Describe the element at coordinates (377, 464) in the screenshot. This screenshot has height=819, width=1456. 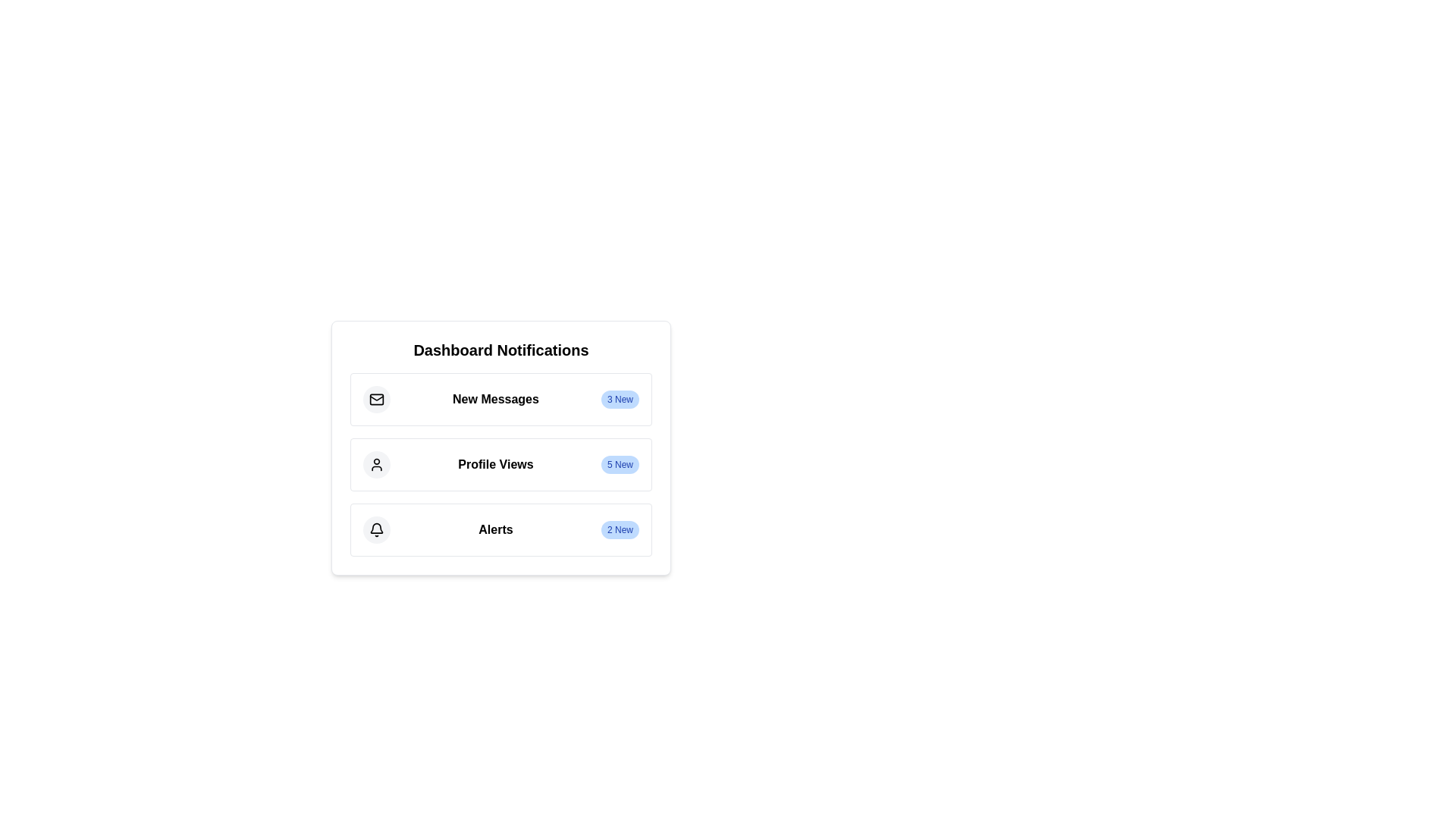
I see `the small circular icon resembling a user silhouette, located in the 'Profile Views' notification row` at that location.